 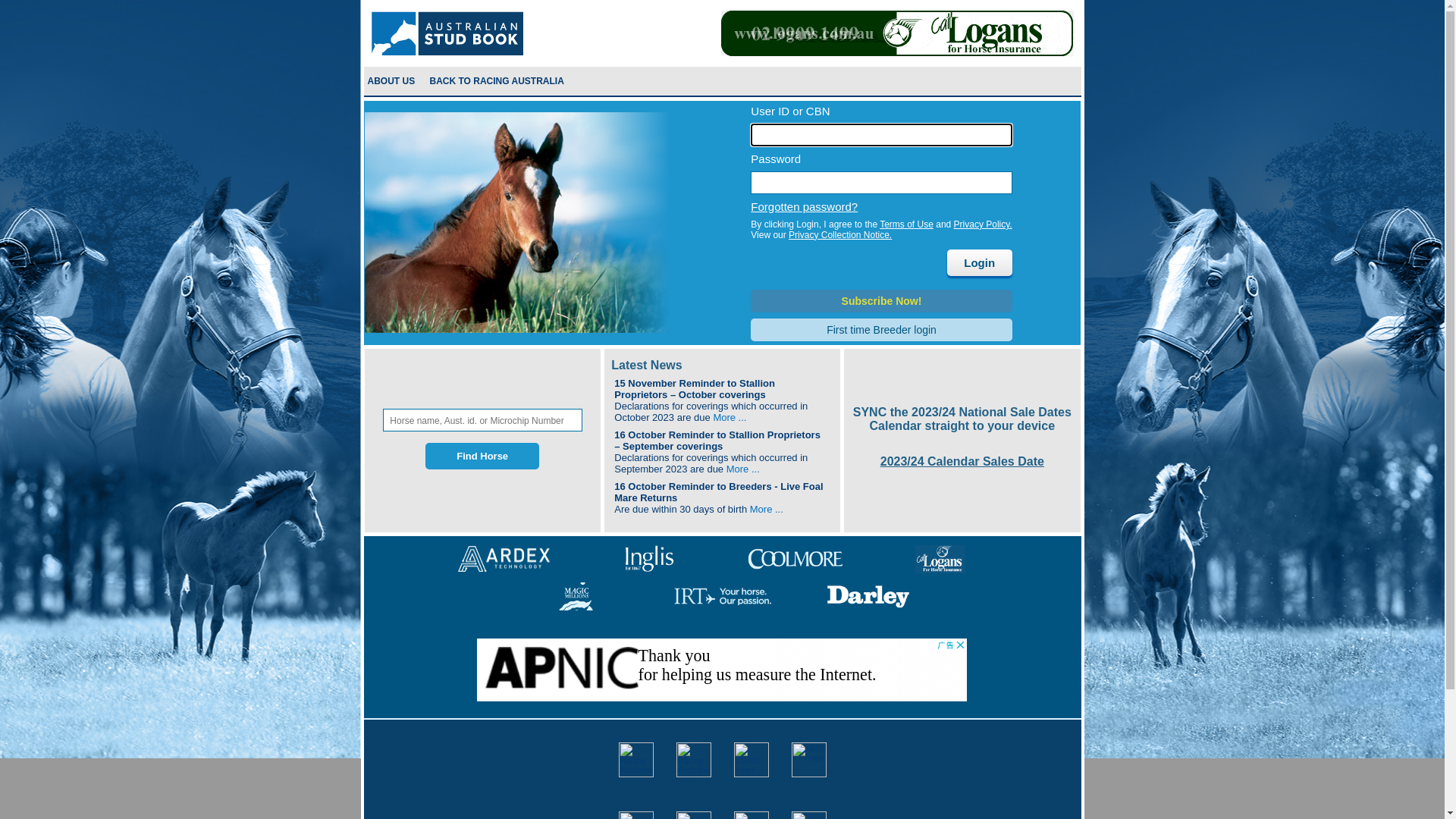 What do you see at coordinates (789, 234) in the screenshot?
I see `'Privacy Collection Notice.'` at bounding box center [789, 234].